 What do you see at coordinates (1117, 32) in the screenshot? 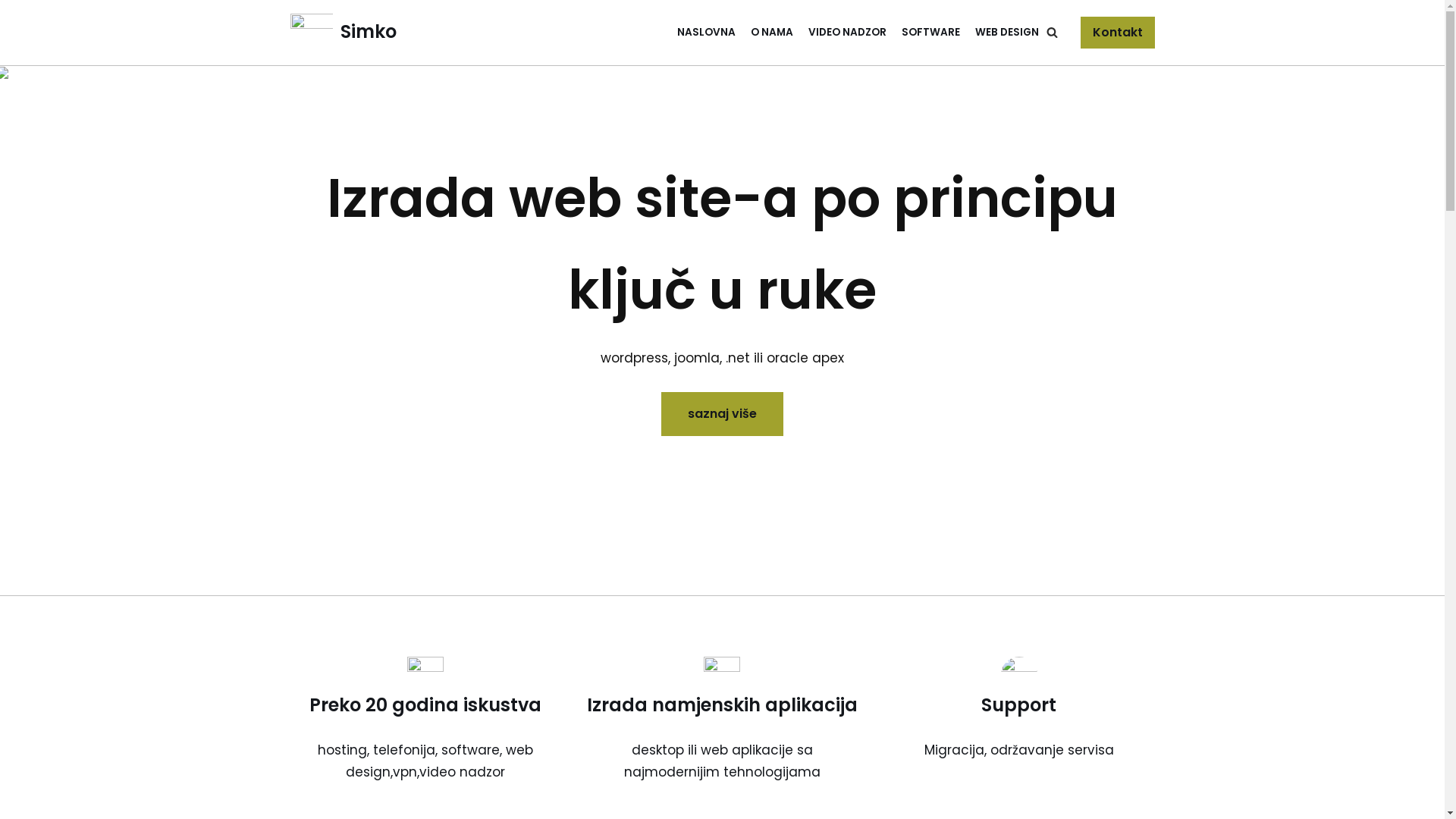
I see `'Kontakt'` at bounding box center [1117, 32].